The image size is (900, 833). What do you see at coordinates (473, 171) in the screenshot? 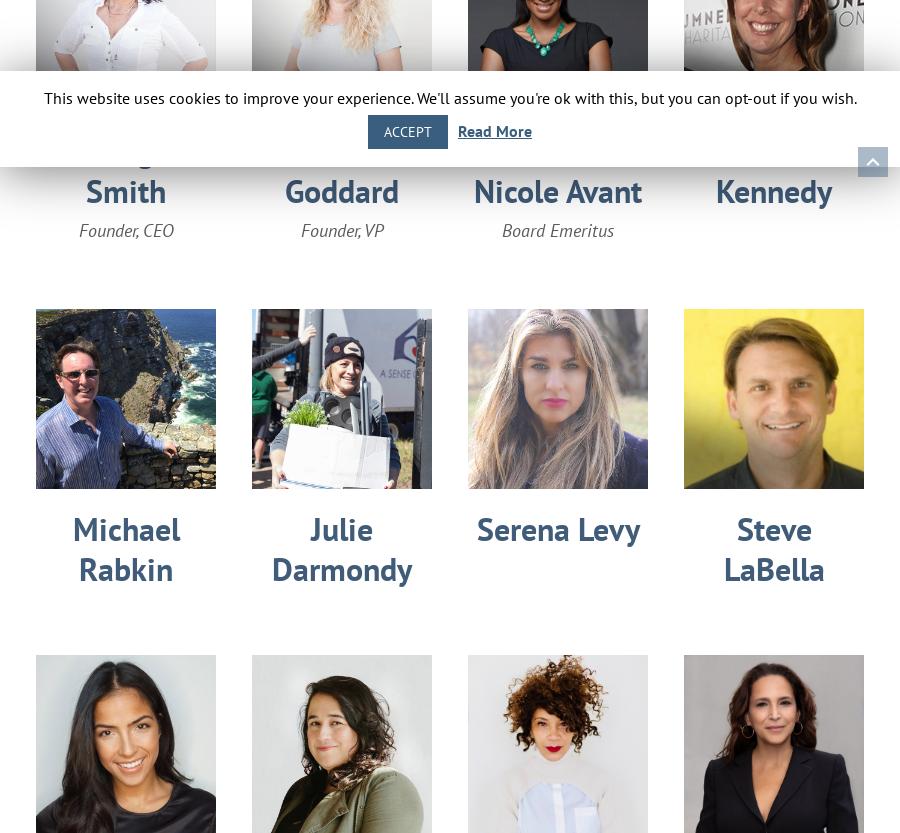
I see `'Ambassador Nicole Avant'` at bounding box center [473, 171].